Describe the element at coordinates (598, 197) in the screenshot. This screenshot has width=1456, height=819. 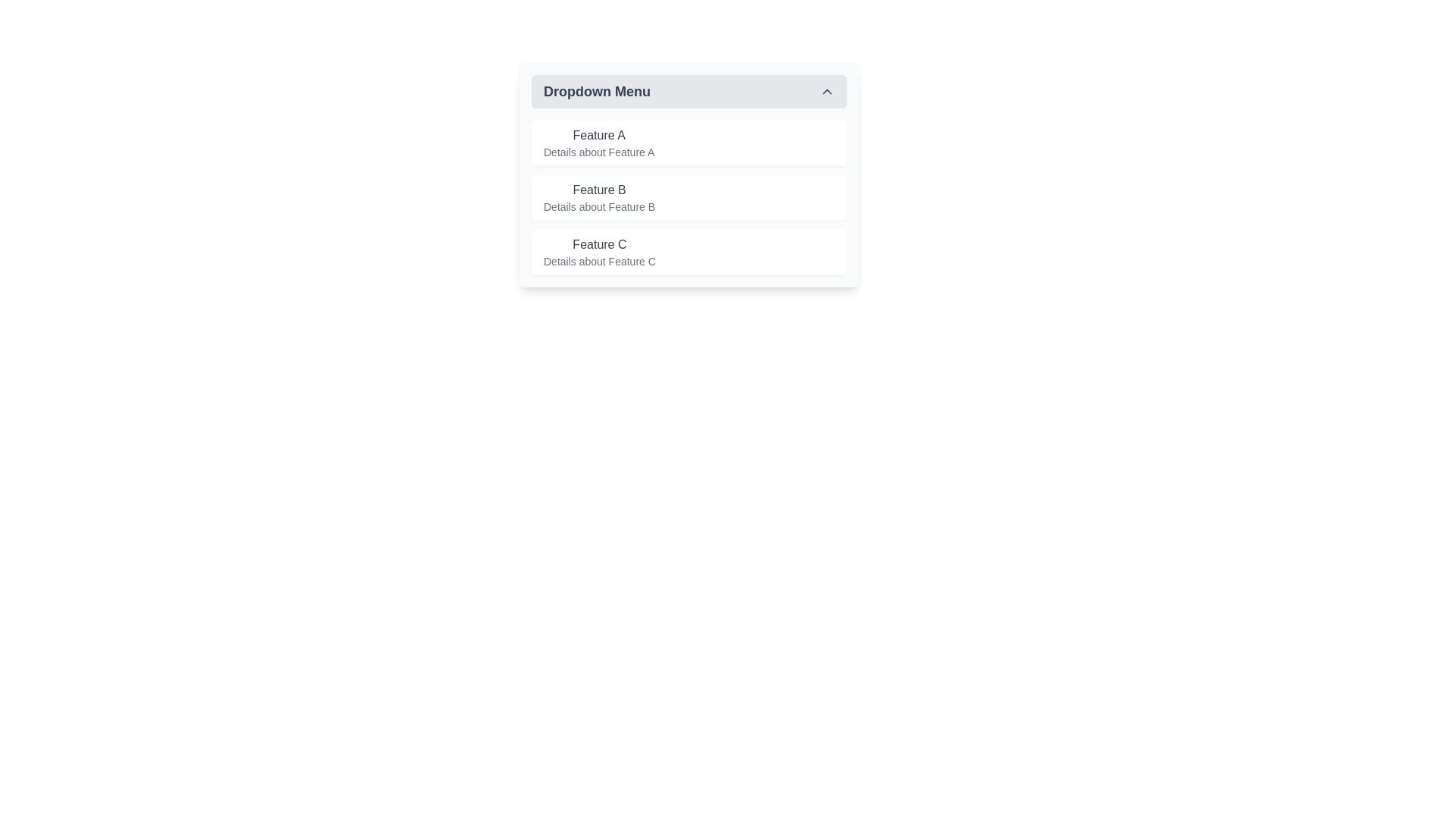
I see `the text label displaying 'Feature B' which includes details about the feature, located in the dropdown menu between 'Feature A' and 'Feature C'` at that location.